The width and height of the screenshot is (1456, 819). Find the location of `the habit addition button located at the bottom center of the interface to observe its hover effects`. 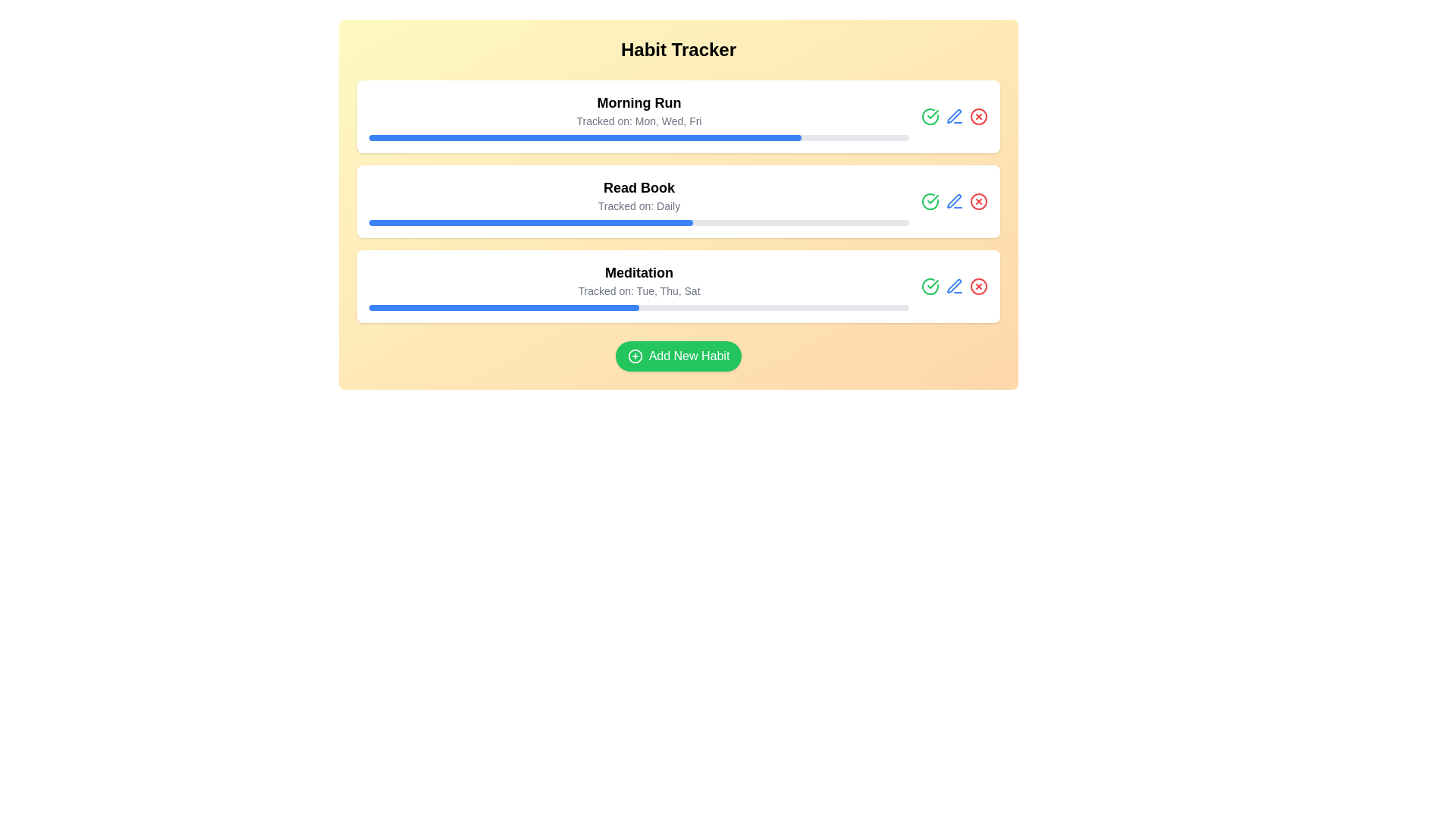

the habit addition button located at the bottom center of the interface to observe its hover effects is located at coordinates (677, 356).